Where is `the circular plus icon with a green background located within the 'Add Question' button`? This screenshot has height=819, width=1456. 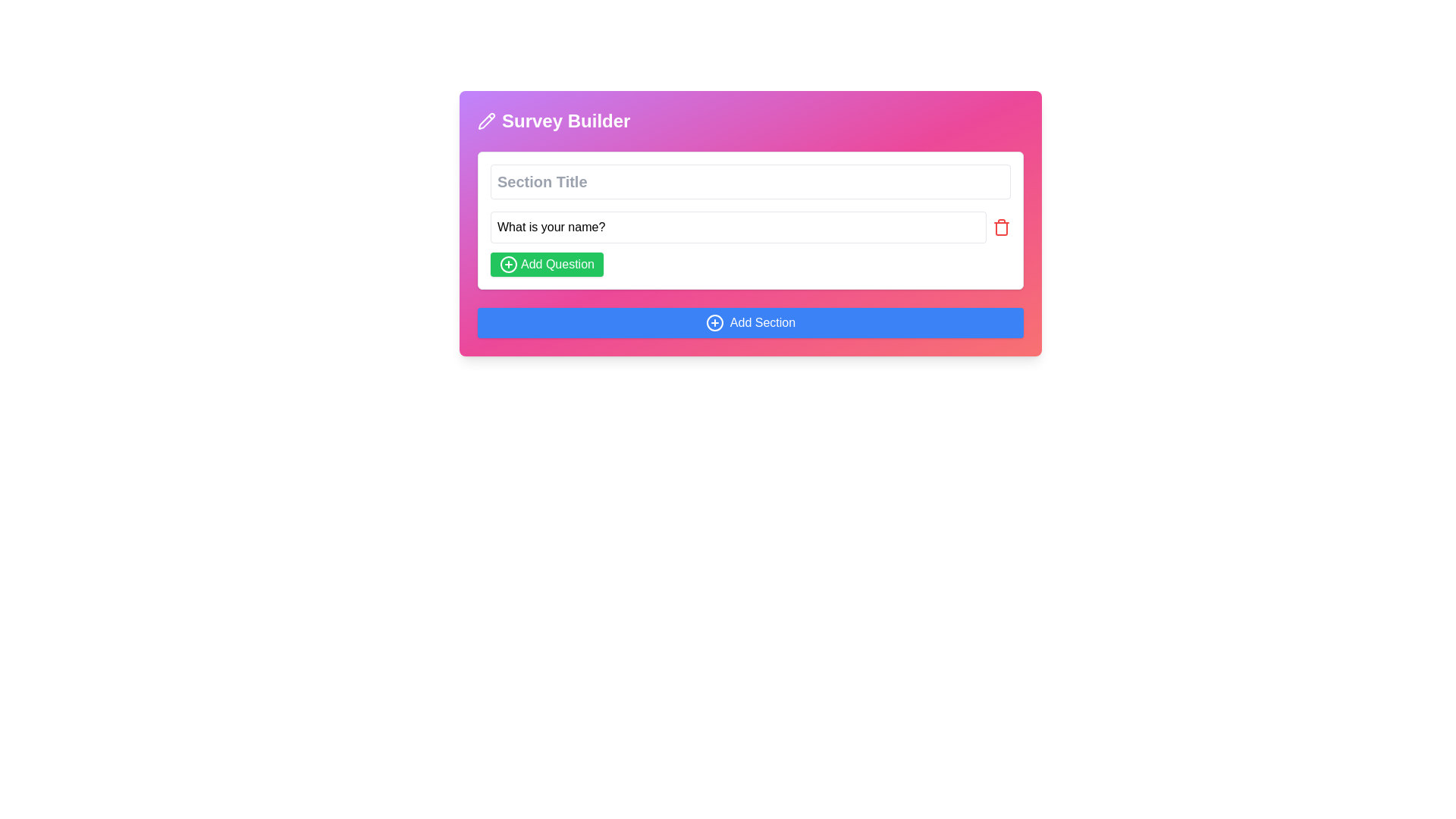
the circular plus icon with a green background located within the 'Add Question' button is located at coordinates (509, 263).